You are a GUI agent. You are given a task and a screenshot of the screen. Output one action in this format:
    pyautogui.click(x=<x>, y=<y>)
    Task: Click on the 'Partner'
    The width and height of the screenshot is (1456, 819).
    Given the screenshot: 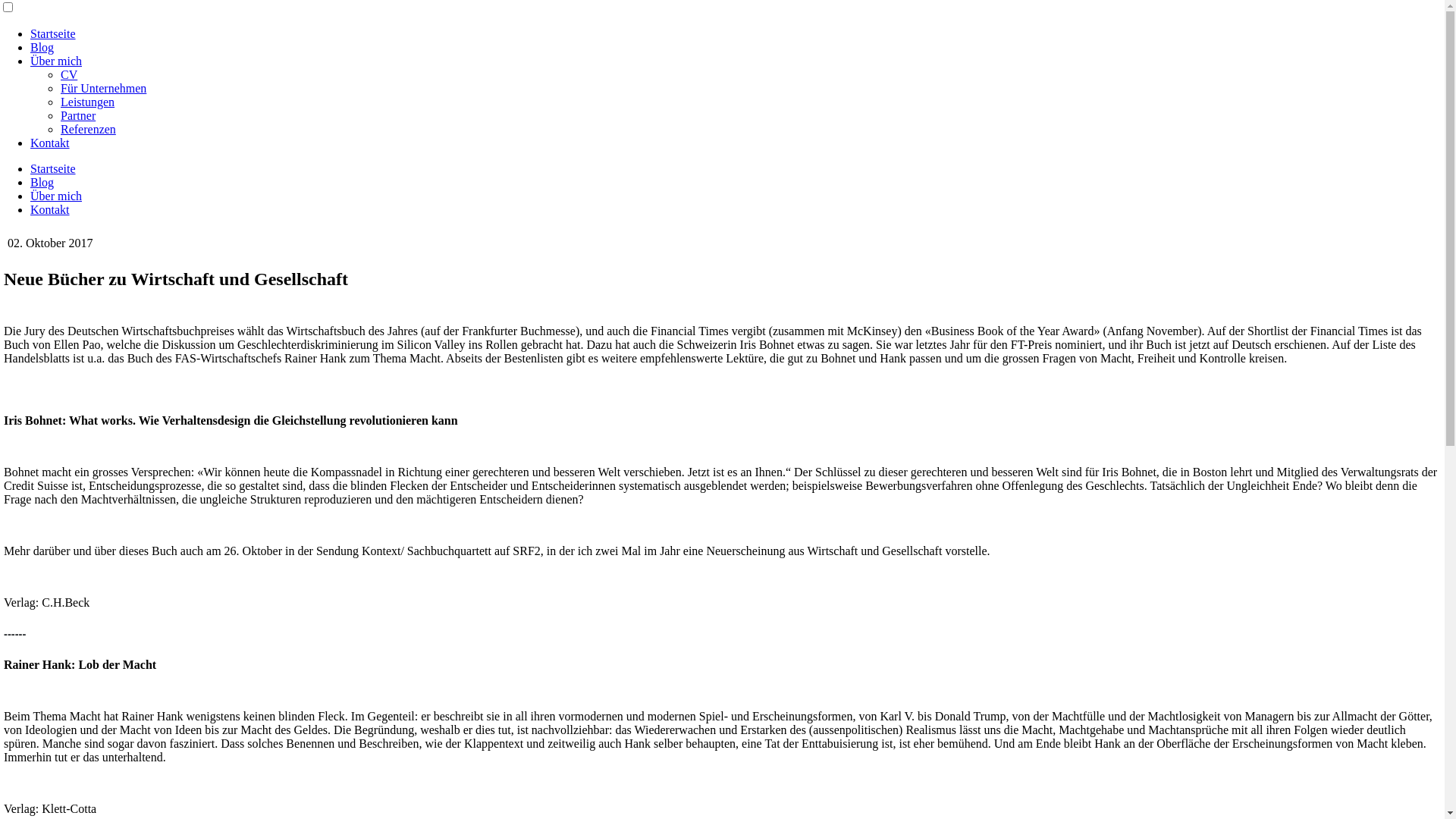 What is the action you would take?
    pyautogui.click(x=77, y=115)
    